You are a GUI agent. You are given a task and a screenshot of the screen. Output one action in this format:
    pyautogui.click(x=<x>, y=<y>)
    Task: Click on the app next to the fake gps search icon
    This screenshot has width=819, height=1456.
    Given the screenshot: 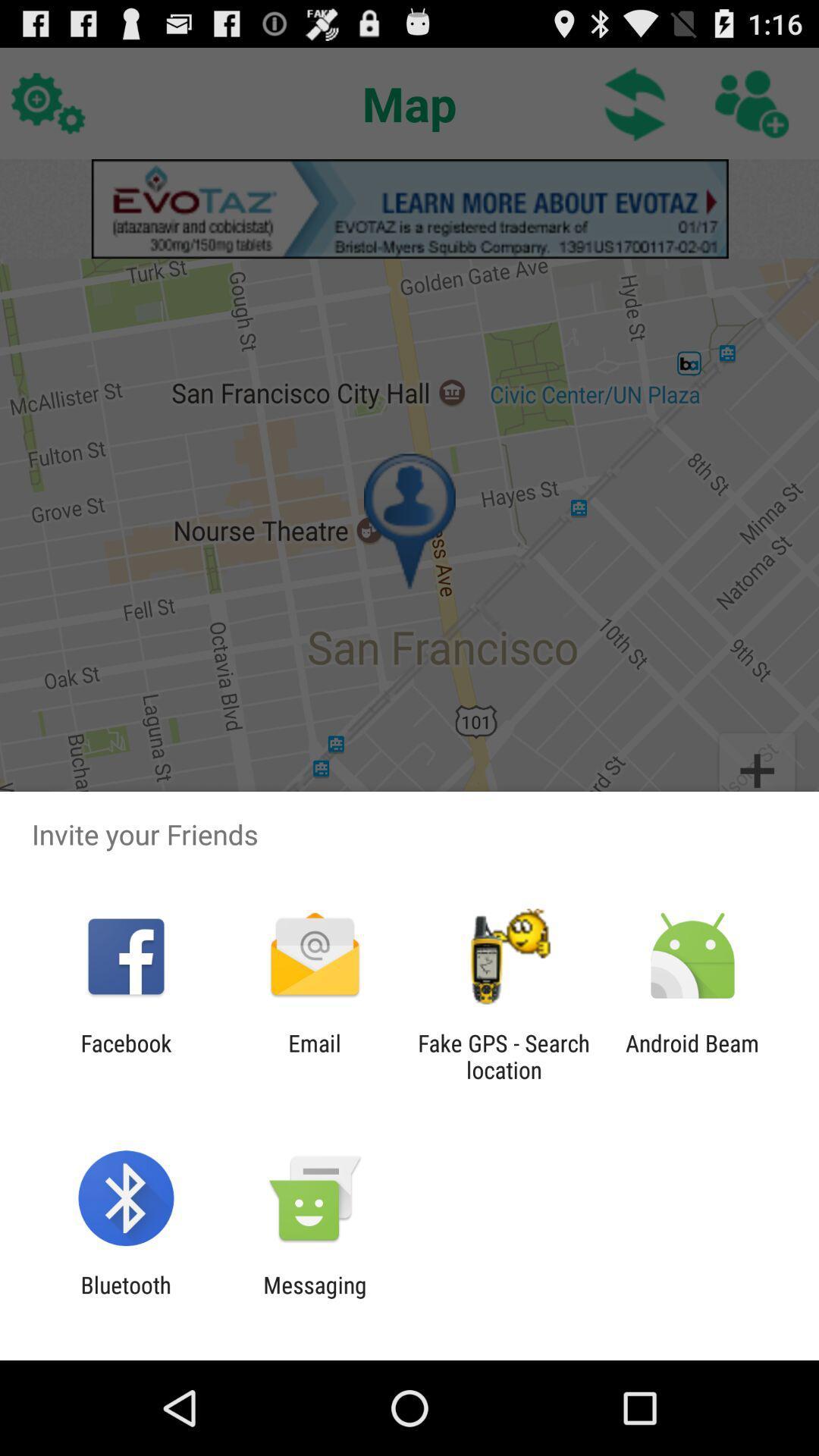 What is the action you would take?
    pyautogui.click(x=692, y=1056)
    